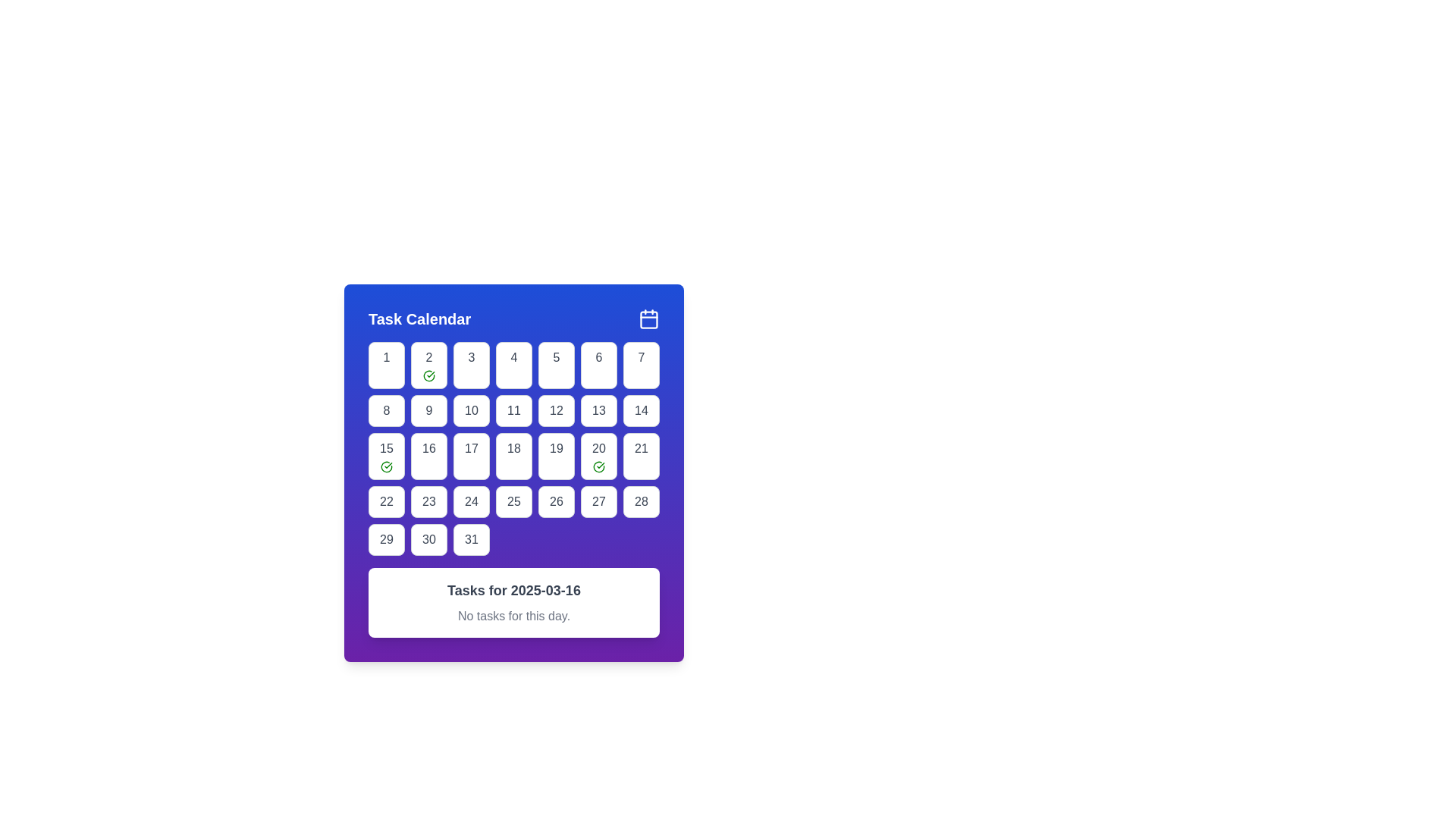 Image resolution: width=1456 pixels, height=819 pixels. I want to click on the button representing day '11' in the calendar interface, so click(513, 411).